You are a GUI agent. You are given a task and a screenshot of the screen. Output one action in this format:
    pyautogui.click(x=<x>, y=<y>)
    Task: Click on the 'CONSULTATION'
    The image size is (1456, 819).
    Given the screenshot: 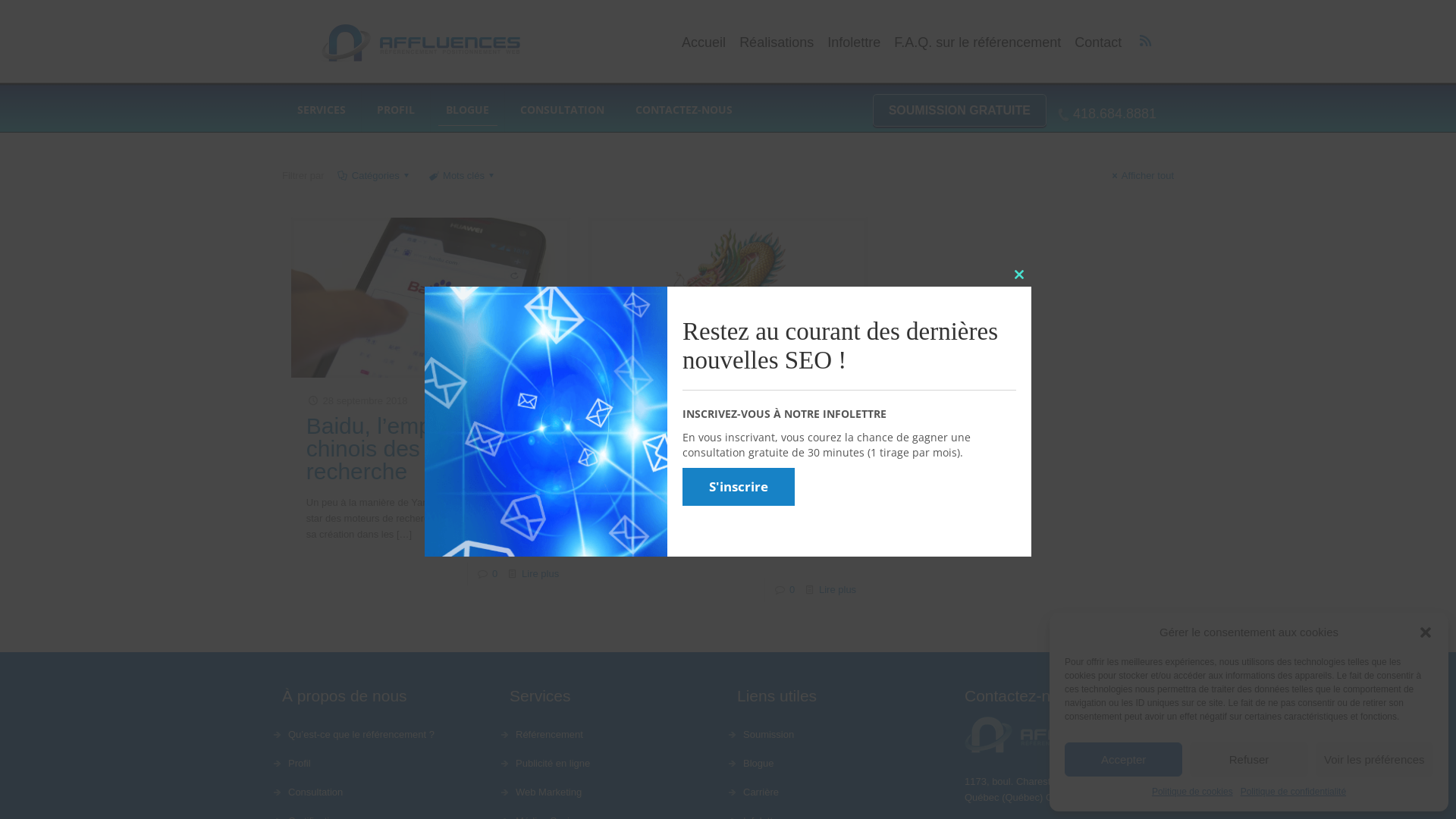 What is the action you would take?
    pyautogui.click(x=562, y=109)
    